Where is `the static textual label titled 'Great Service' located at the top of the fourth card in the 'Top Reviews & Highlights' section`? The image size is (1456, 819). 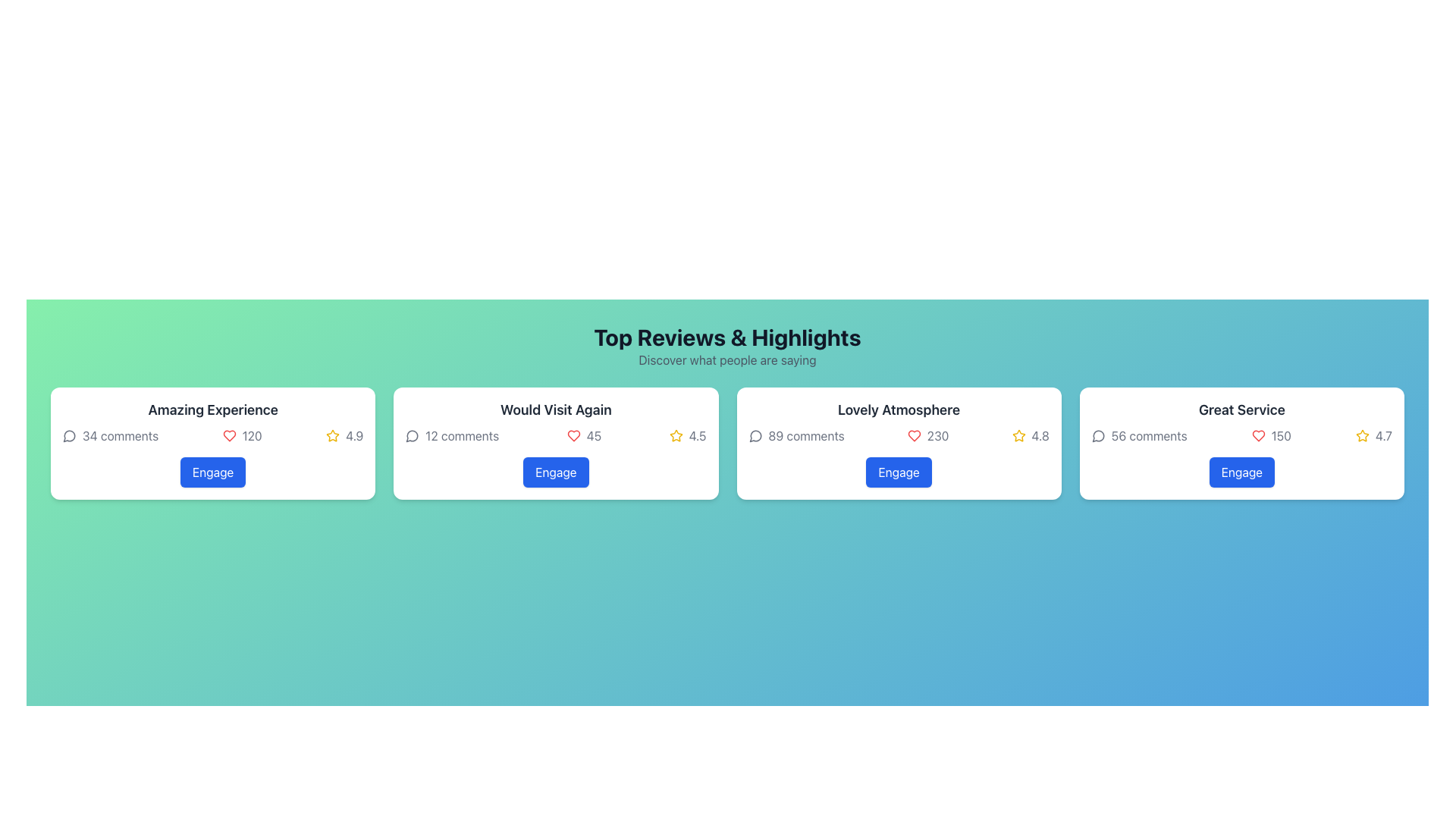 the static textual label titled 'Great Service' located at the top of the fourth card in the 'Top Reviews & Highlights' section is located at coordinates (1241, 409).